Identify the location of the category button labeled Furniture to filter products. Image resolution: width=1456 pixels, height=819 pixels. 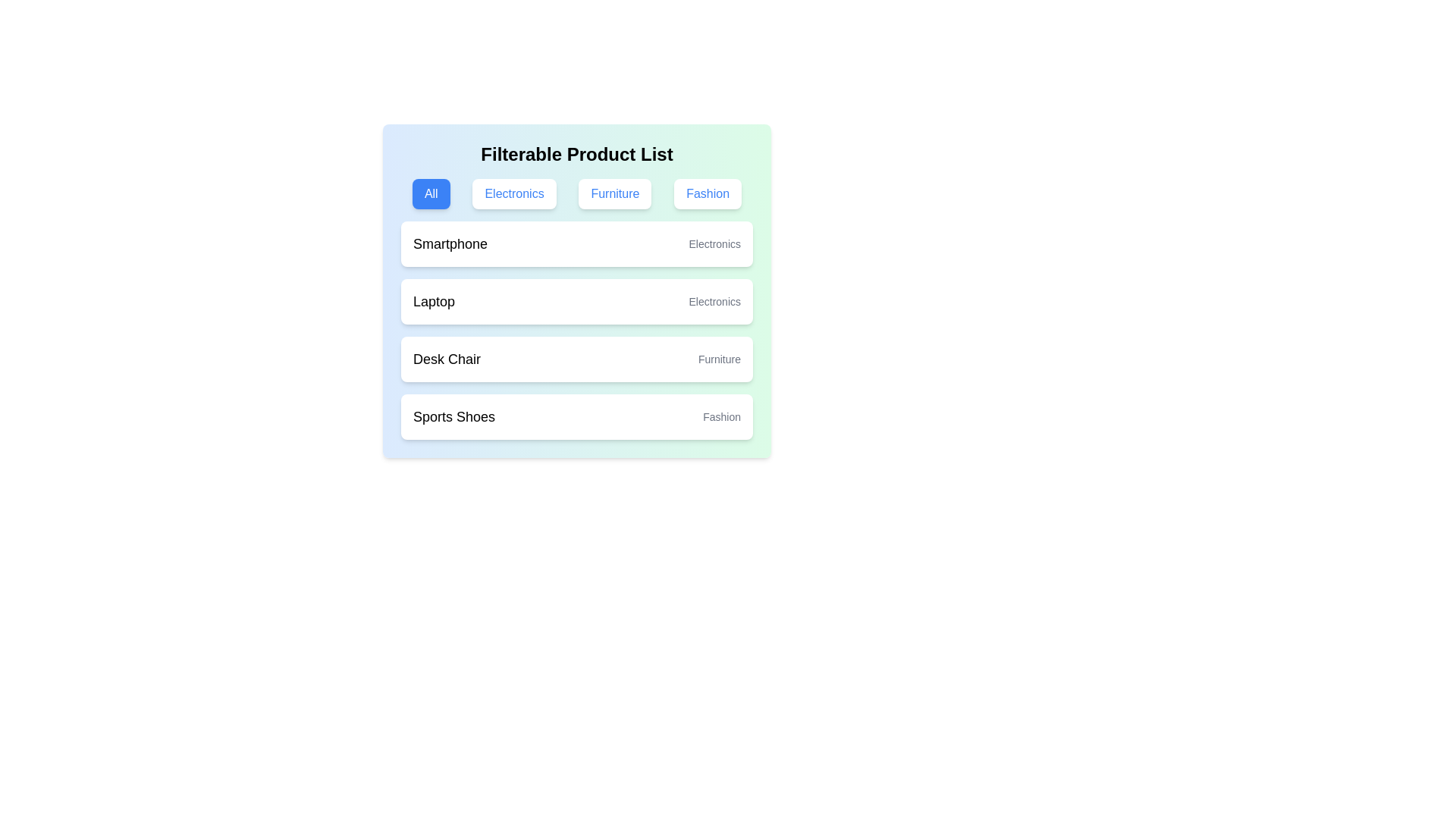
(615, 193).